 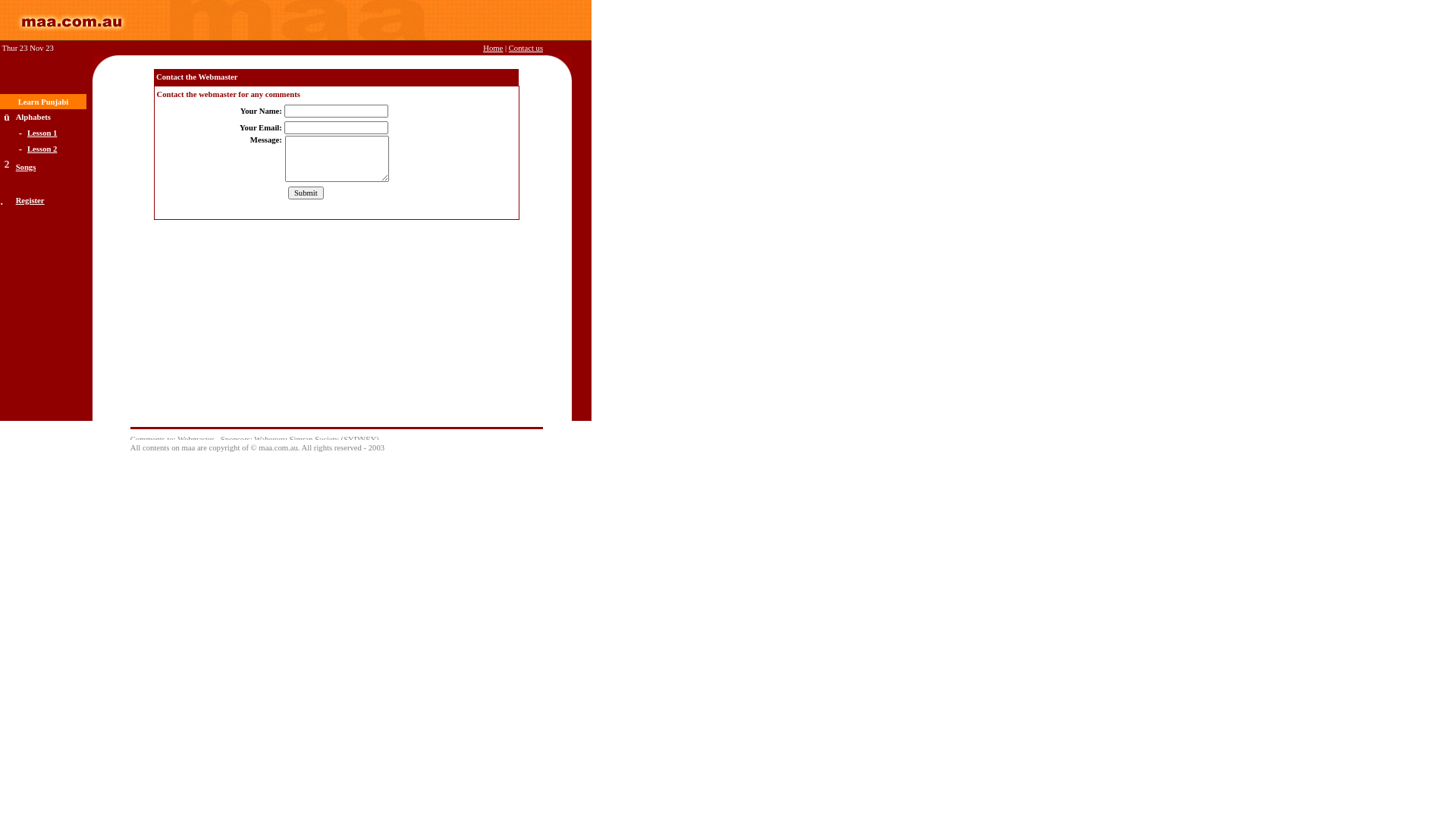 What do you see at coordinates (195, 439) in the screenshot?
I see `'Webmaster'` at bounding box center [195, 439].